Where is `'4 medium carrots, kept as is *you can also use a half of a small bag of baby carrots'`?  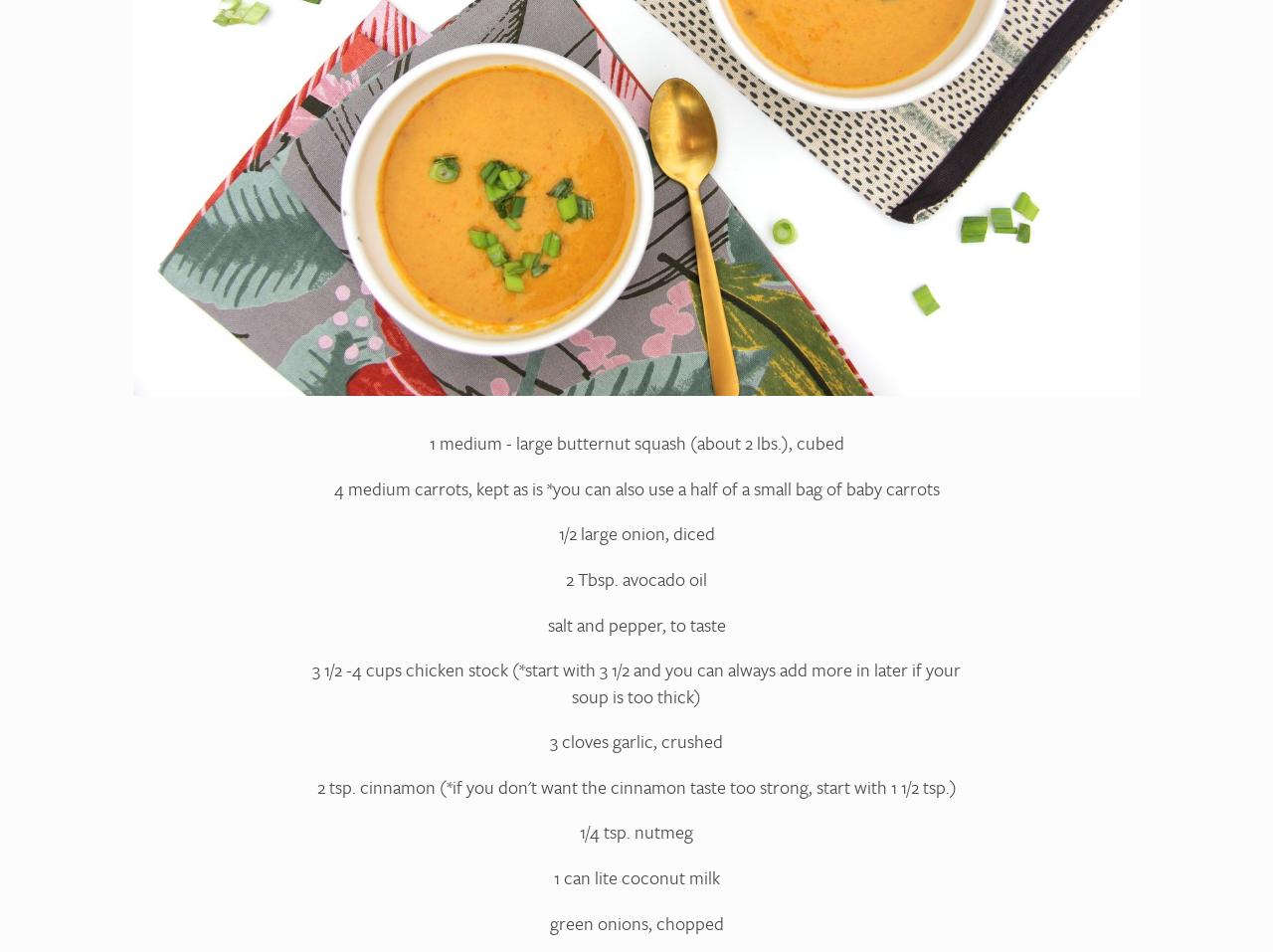
'4 medium carrots, kept as is *you can also use a half of a small bag of baby carrots' is located at coordinates (332, 486).